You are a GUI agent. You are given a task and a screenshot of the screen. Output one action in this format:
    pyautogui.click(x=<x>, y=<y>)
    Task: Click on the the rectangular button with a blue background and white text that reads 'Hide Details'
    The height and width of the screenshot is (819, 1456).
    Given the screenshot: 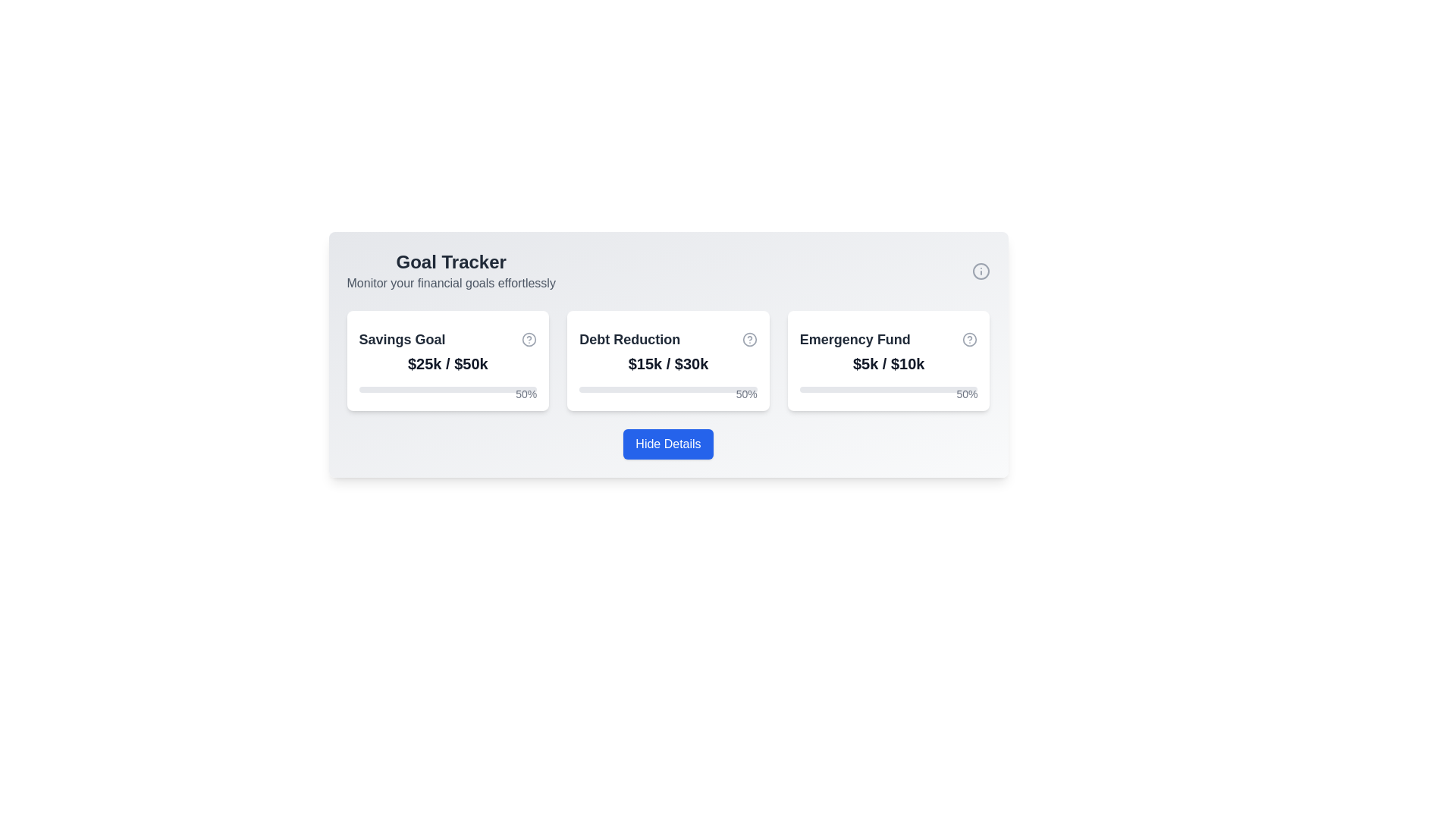 What is the action you would take?
    pyautogui.click(x=667, y=444)
    